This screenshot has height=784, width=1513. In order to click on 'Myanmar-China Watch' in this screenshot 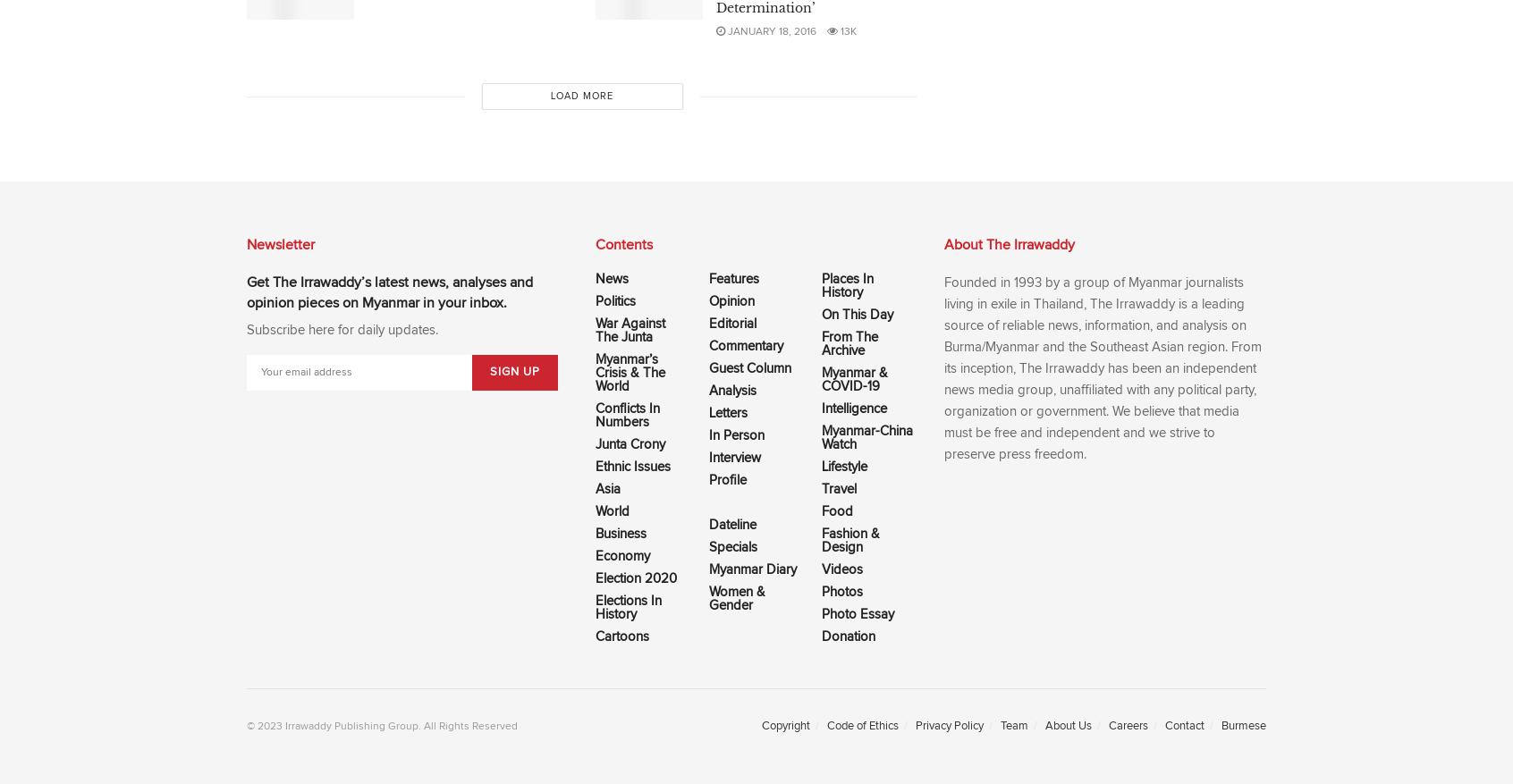, I will do `click(867, 436)`.